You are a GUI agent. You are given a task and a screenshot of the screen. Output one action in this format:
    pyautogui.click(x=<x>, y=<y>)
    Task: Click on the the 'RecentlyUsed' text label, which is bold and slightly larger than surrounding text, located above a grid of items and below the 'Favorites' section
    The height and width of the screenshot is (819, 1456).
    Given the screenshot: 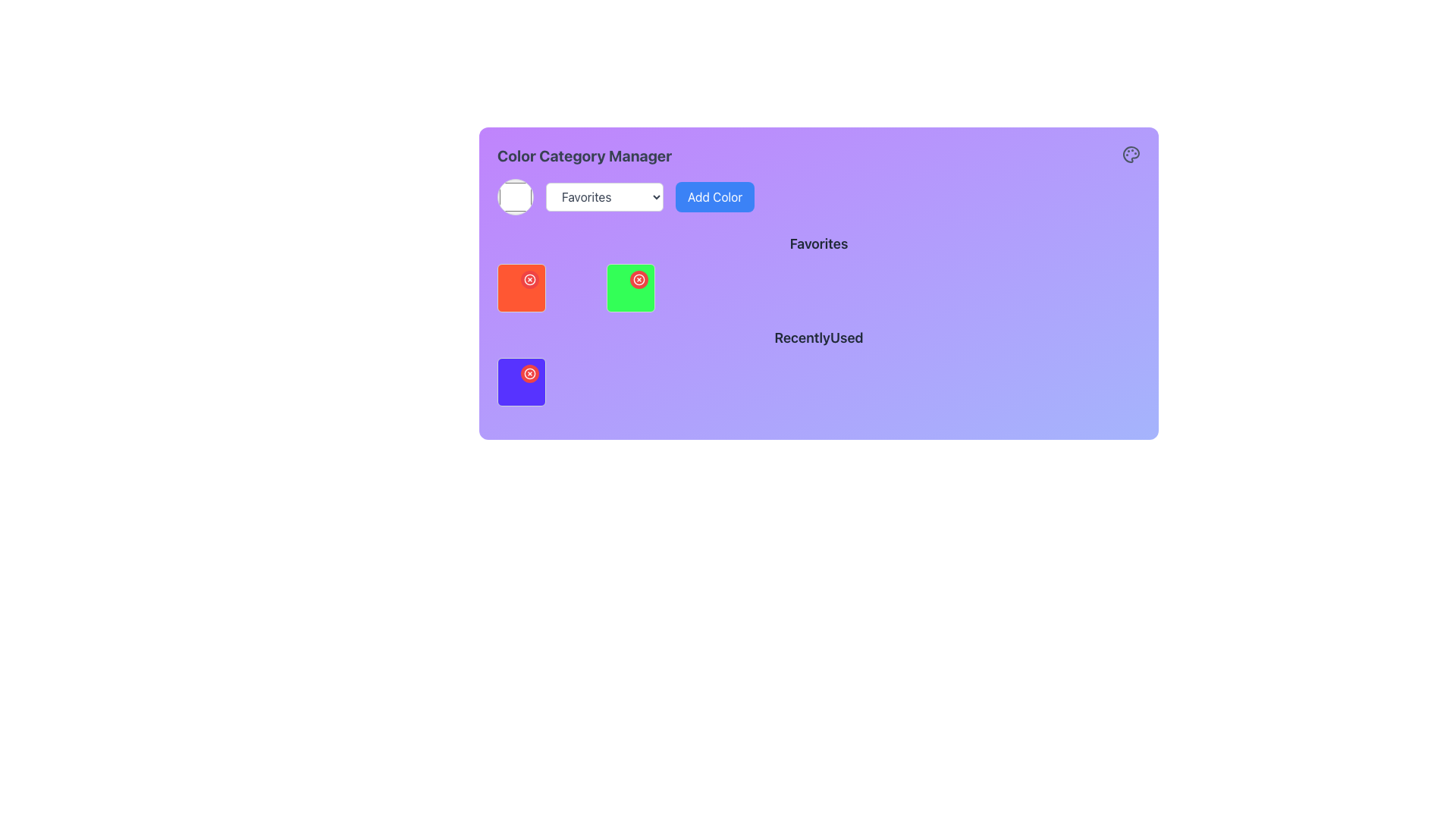 What is the action you would take?
    pyautogui.click(x=818, y=337)
    